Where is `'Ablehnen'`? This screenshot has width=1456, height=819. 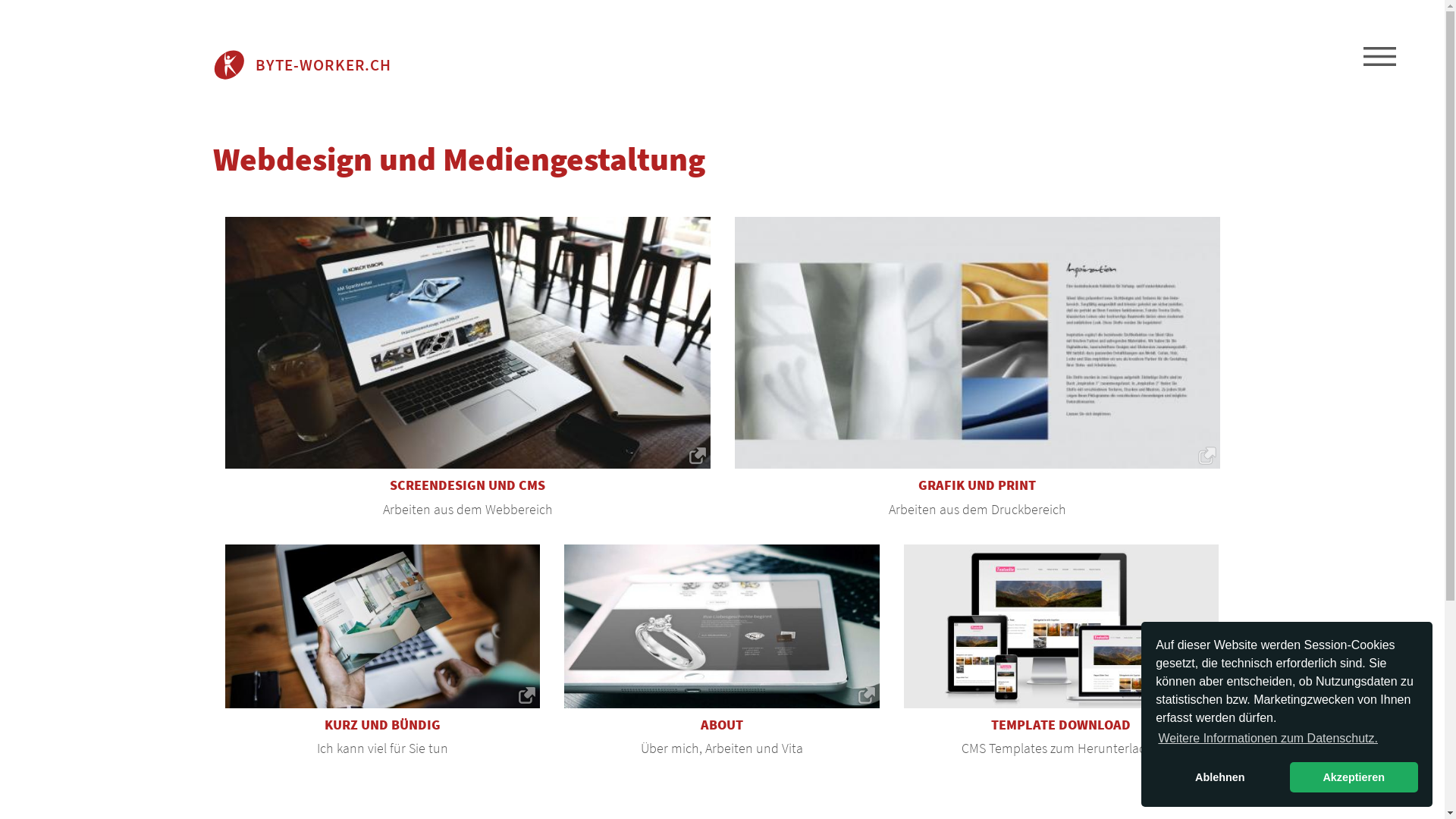
'Ablehnen' is located at coordinates (1219, 777).